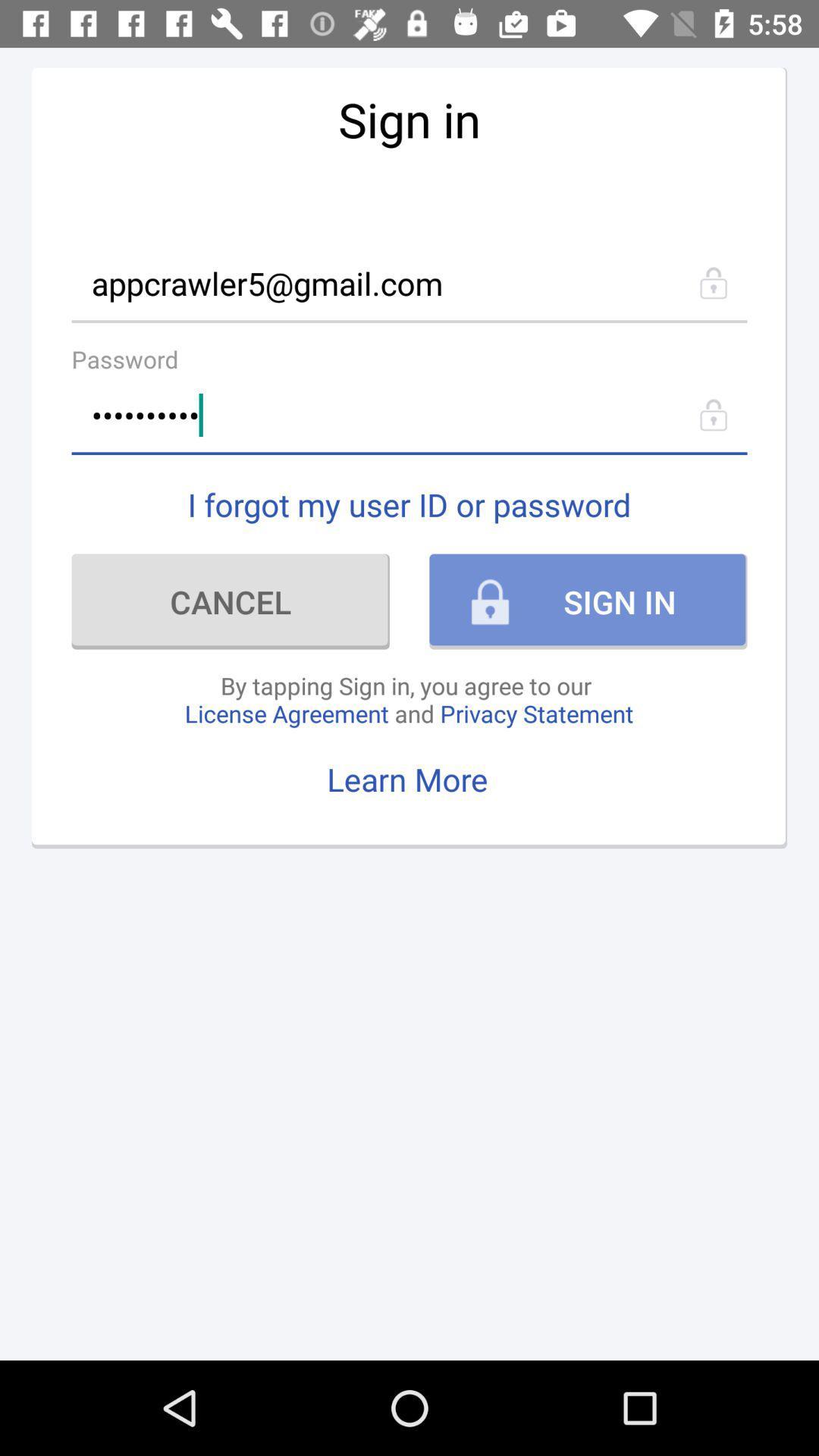  Describe the element at coordinates (231, 601) in the screenshot. I see `icon to the left of the sign in` at that location.